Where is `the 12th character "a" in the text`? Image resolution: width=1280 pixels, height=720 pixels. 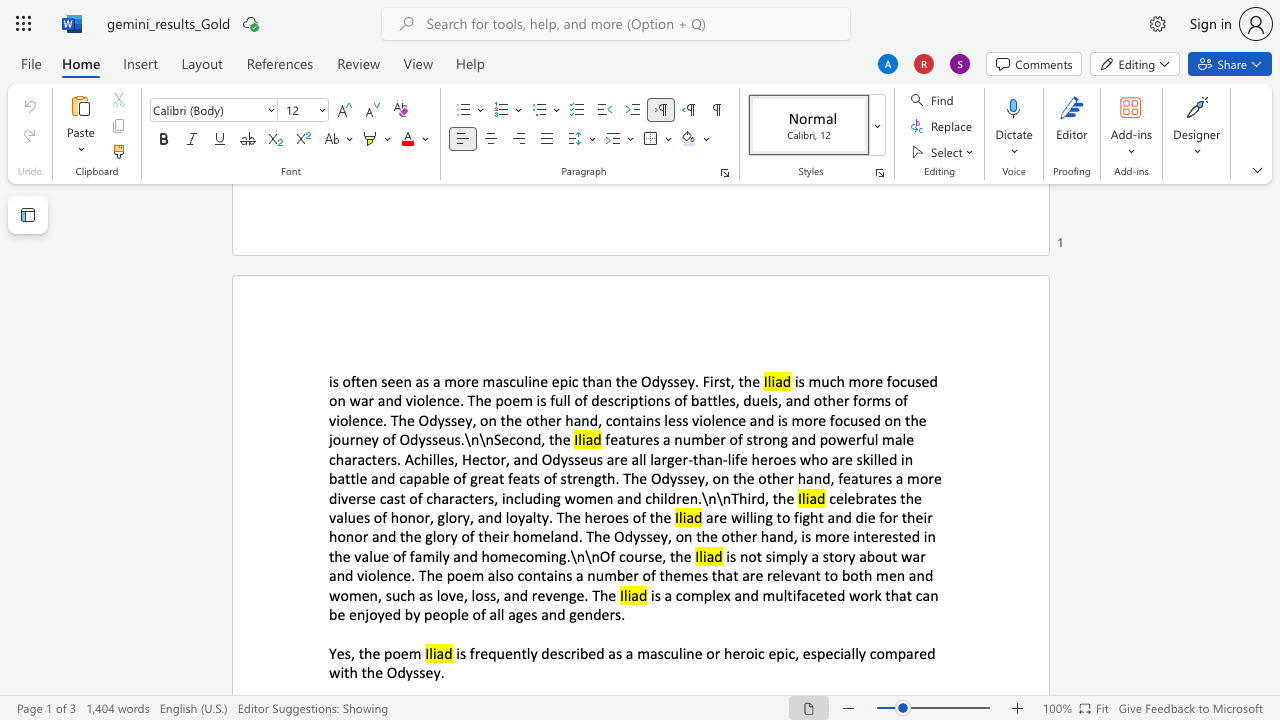 the 12th character "a" in the text is located at coordinates (835, 459).